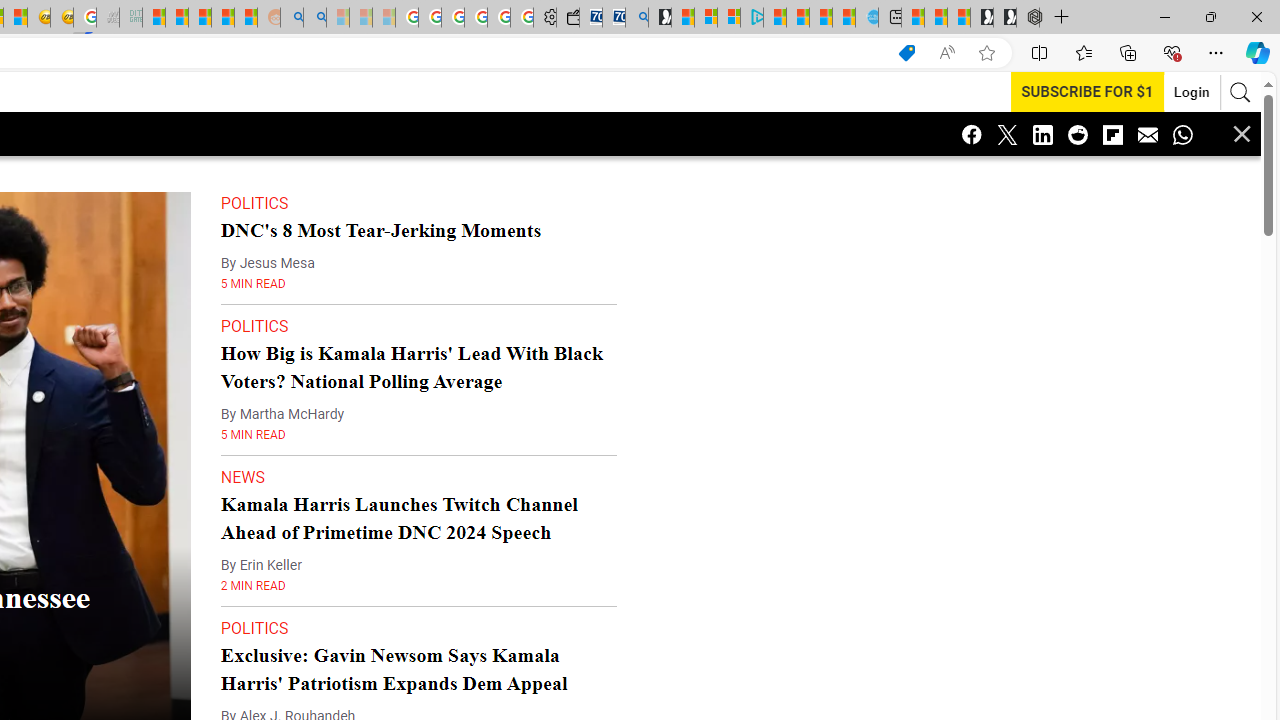 The image size is (1280, 720). Describe the element at coordinates (1007, 133) in the screenshot. I see `'Class: icon-twitter'` at that location.